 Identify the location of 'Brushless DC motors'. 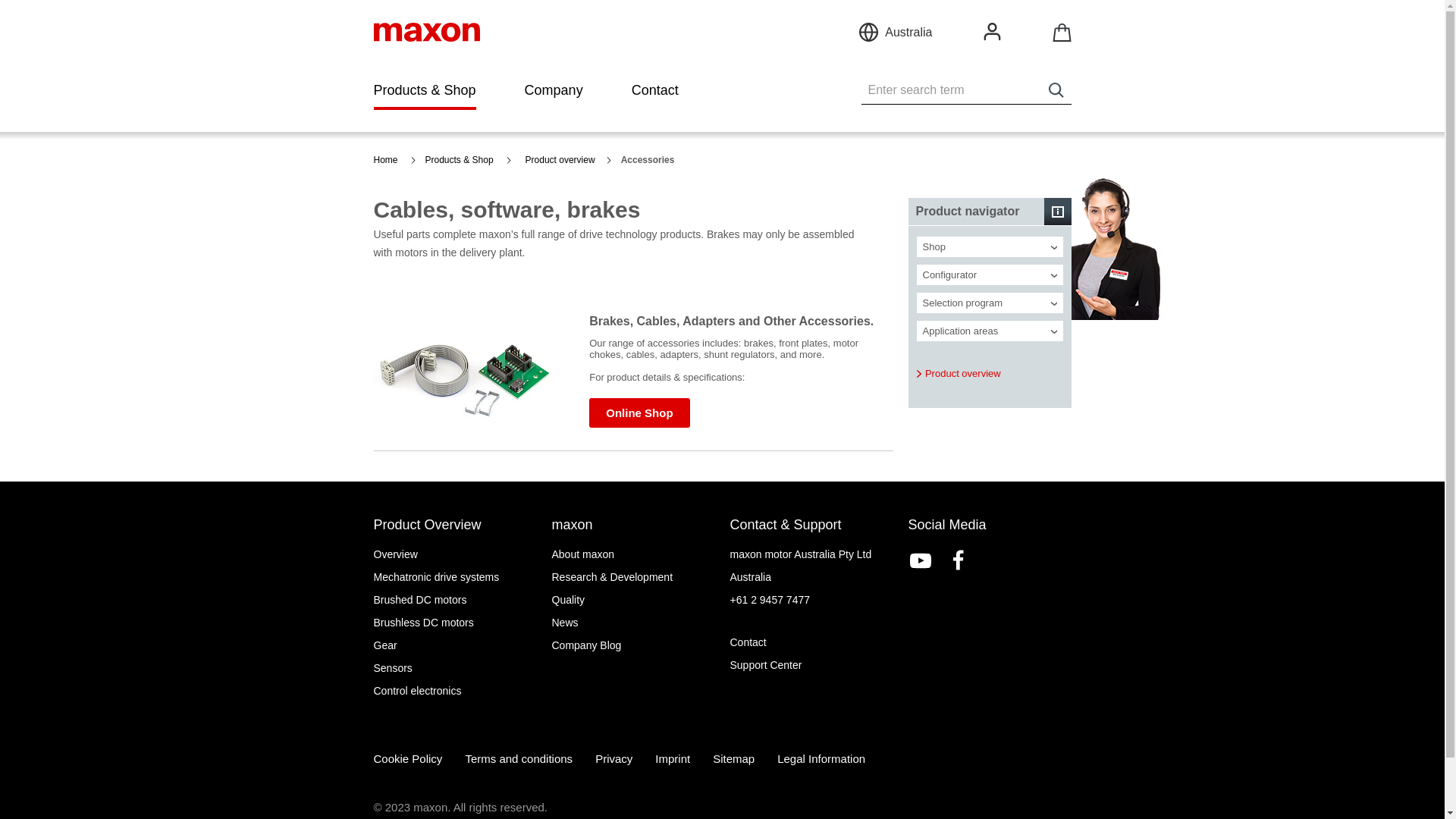
(453, 623).